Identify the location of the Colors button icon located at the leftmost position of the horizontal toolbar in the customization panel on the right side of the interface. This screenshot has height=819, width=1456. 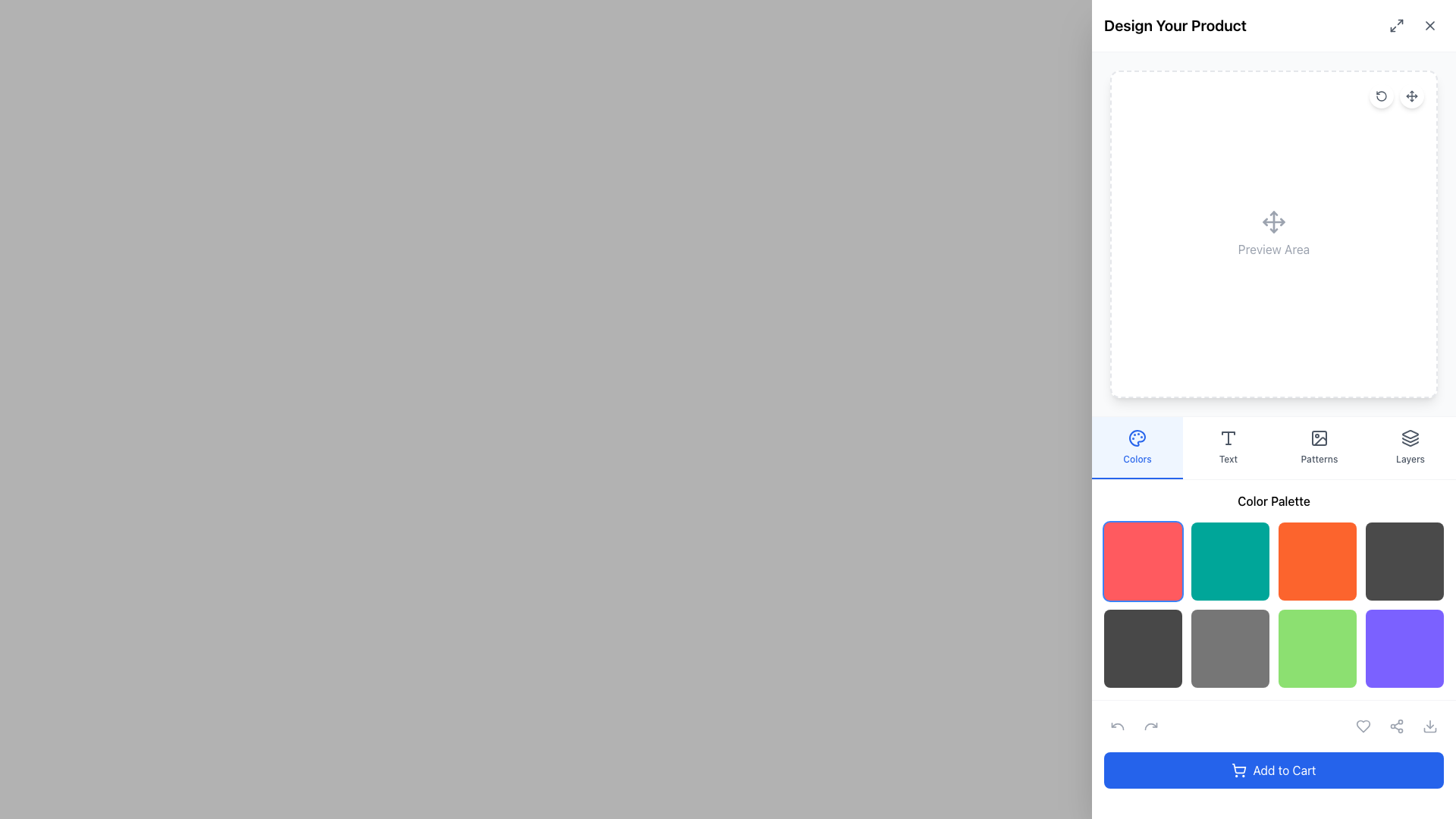
(1137, 438).